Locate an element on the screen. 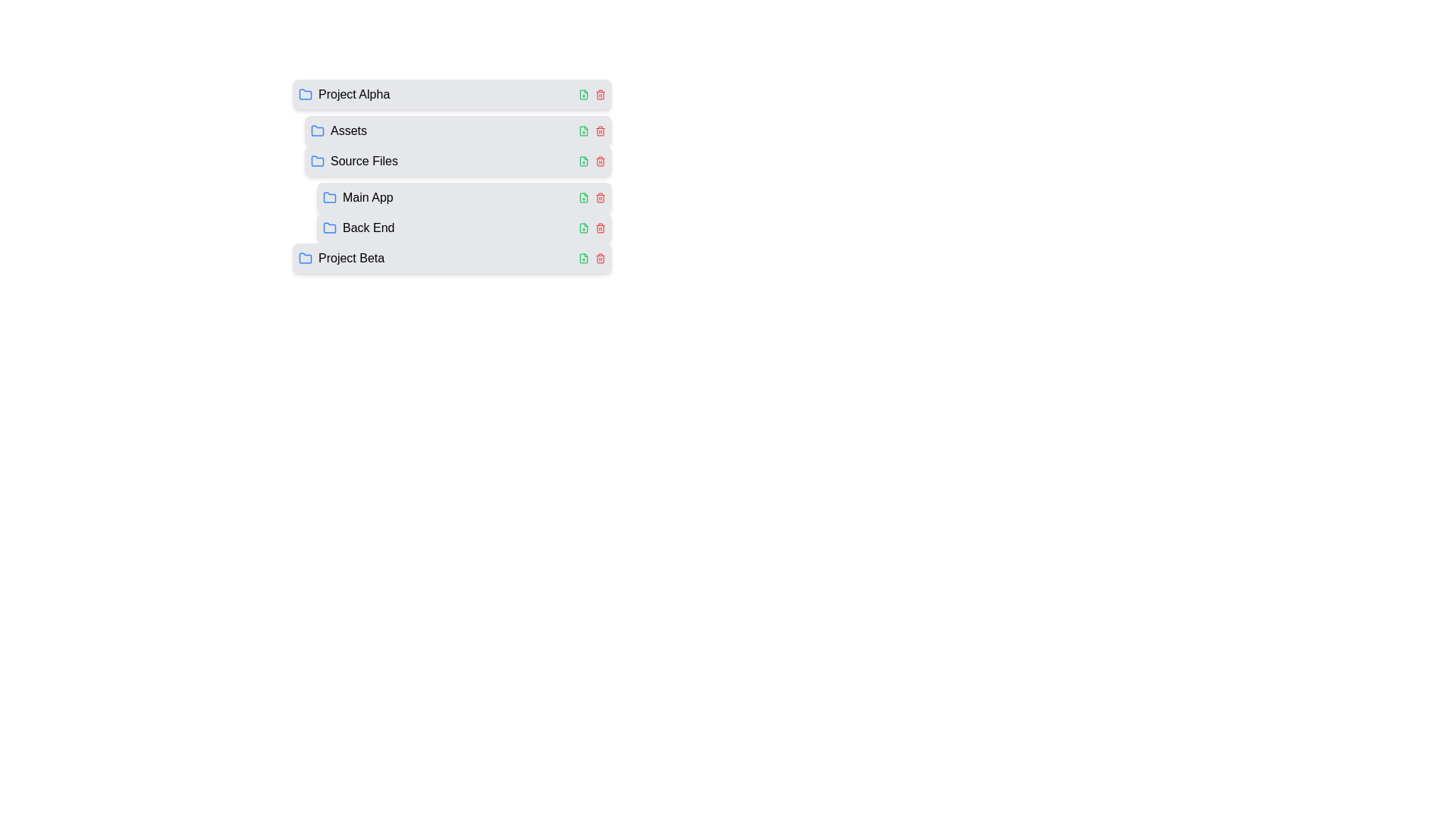 Image resolution: width=1456 pixels, height=819 pixels. the Icon Button located to the right of the 'Project Alpha' text in the top row is located at coordinates (582, 94).